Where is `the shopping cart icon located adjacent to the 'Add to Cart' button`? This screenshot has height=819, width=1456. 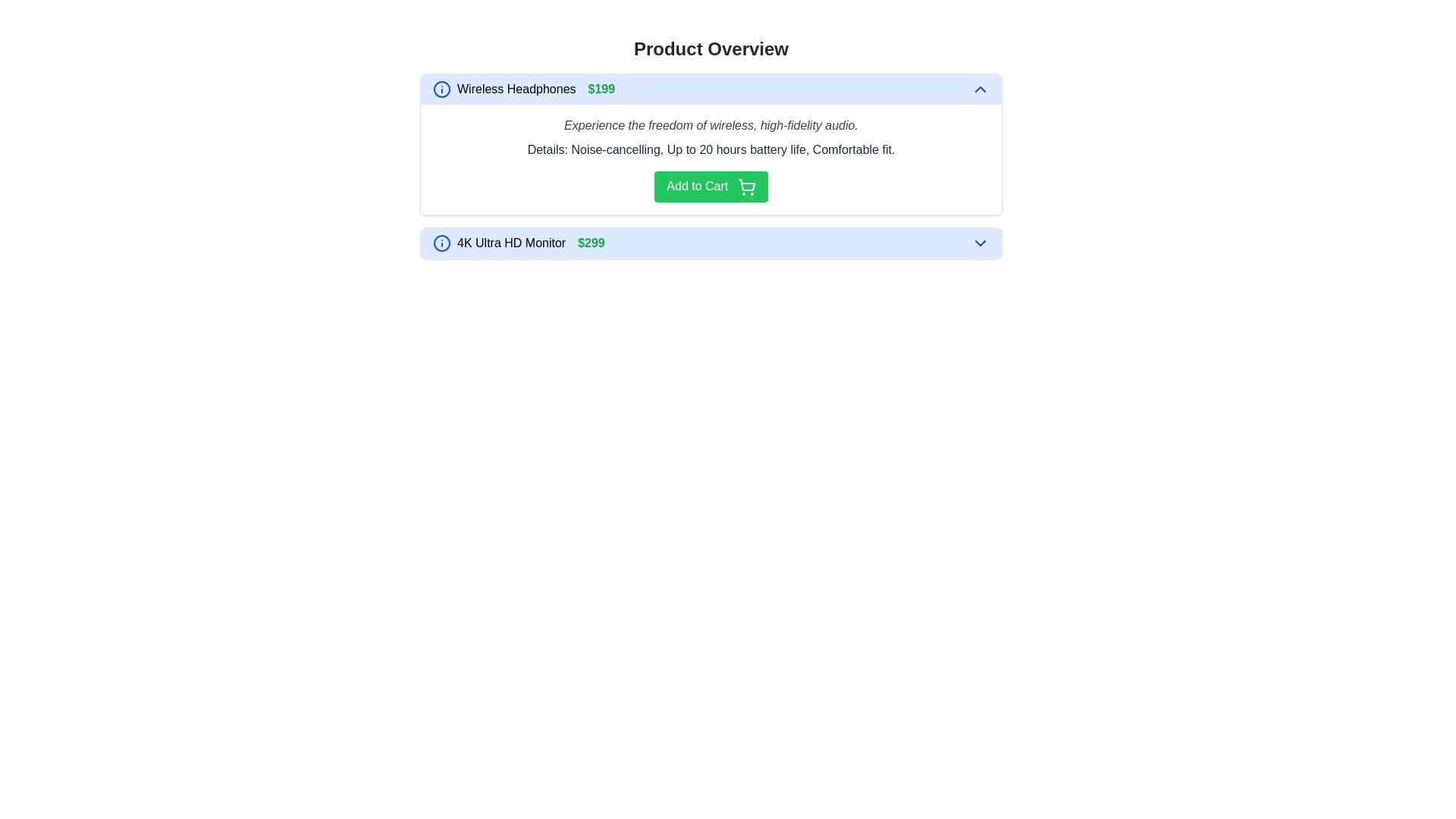
the shopping cart icon located adjacent to the 'Add to Cart' button is located at coordinates (746, 184).